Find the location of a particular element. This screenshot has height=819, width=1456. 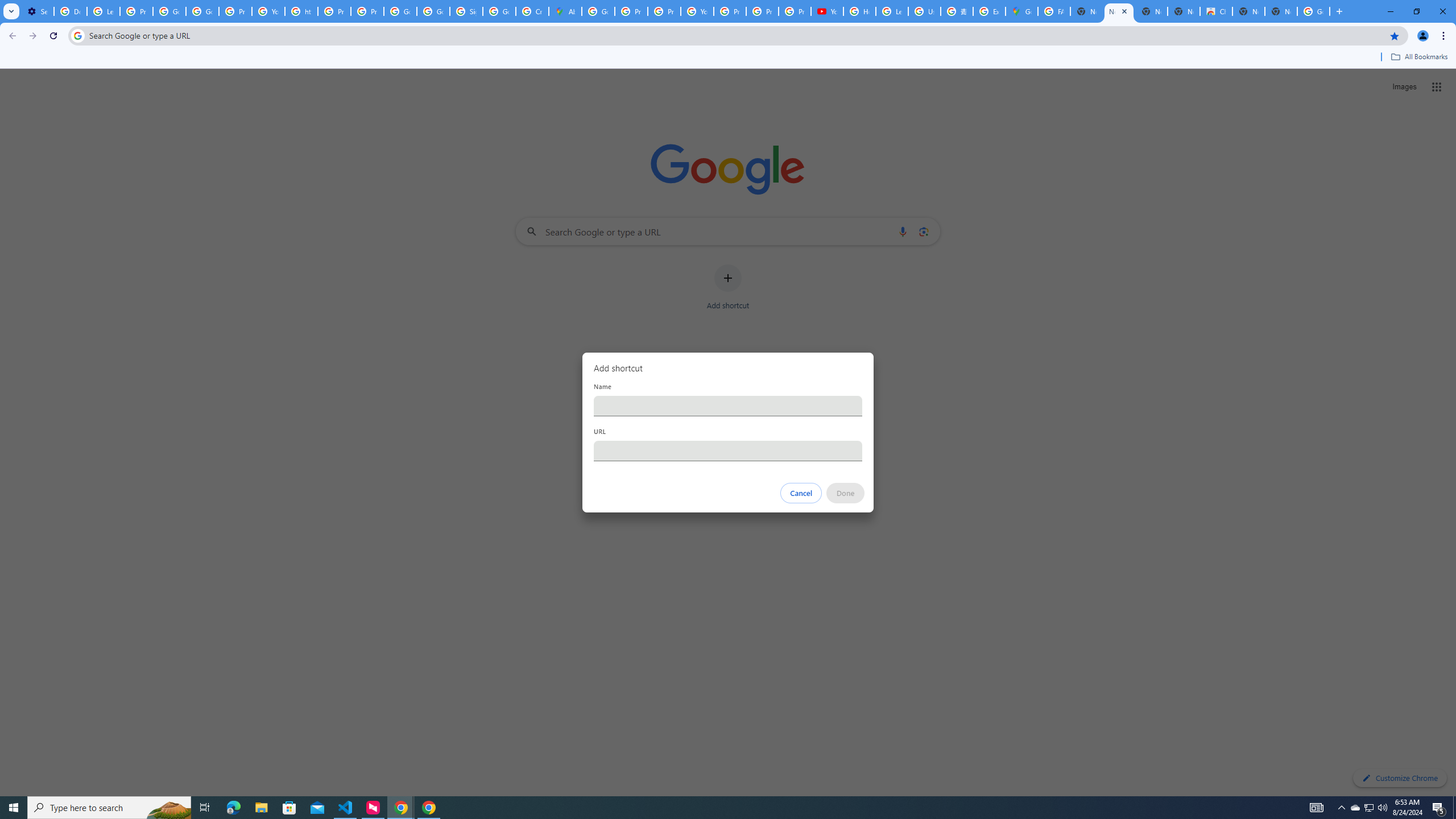

'Google Maps' is located at coordinates (1020, 11).